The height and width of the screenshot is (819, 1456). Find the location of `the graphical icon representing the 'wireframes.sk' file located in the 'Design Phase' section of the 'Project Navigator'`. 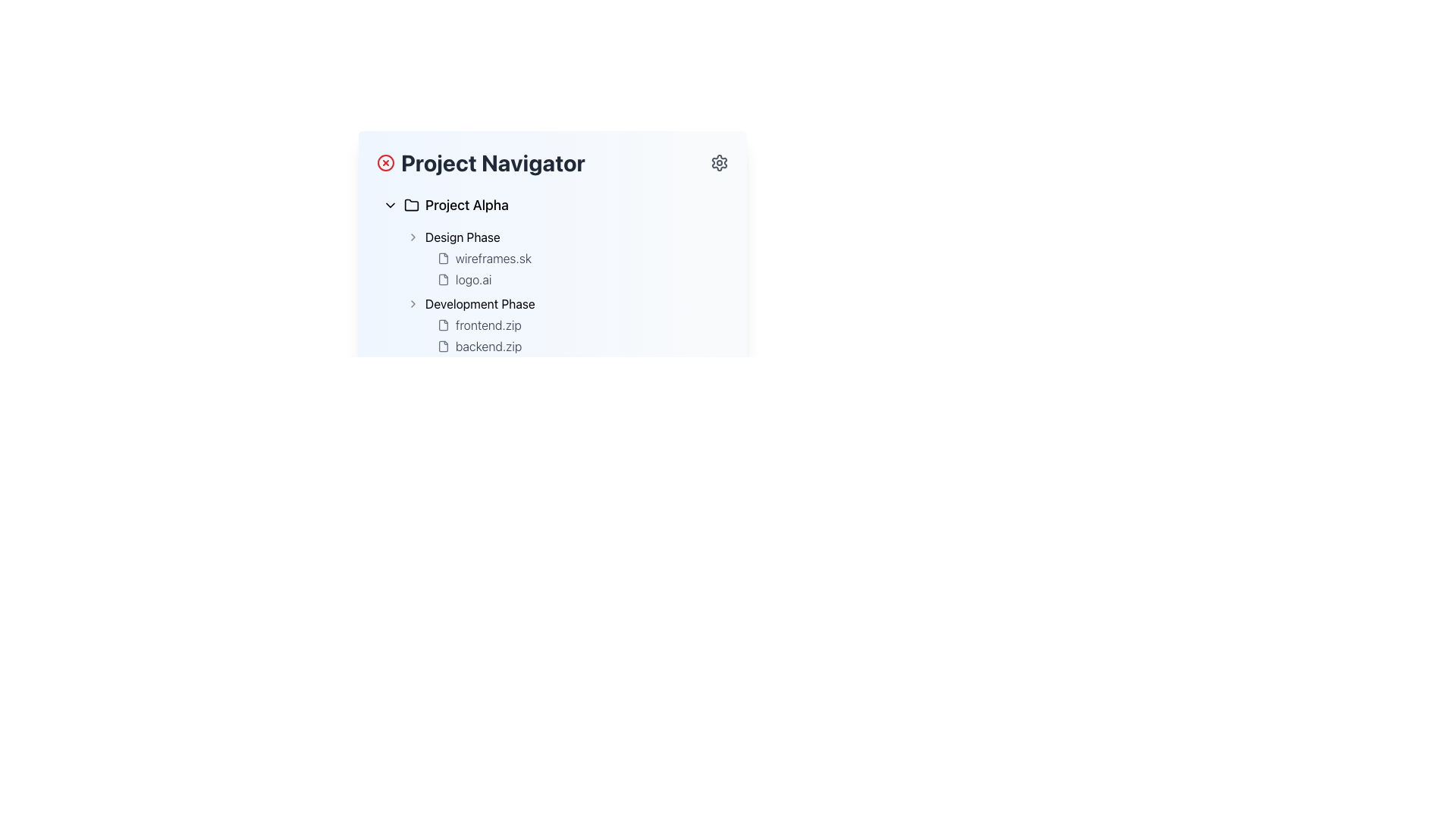

the graphical icon representing the 'wireframes.sk' file located in the 'Design Phase' section of the 'Project Navigator' is located at coordinates (443, 257).